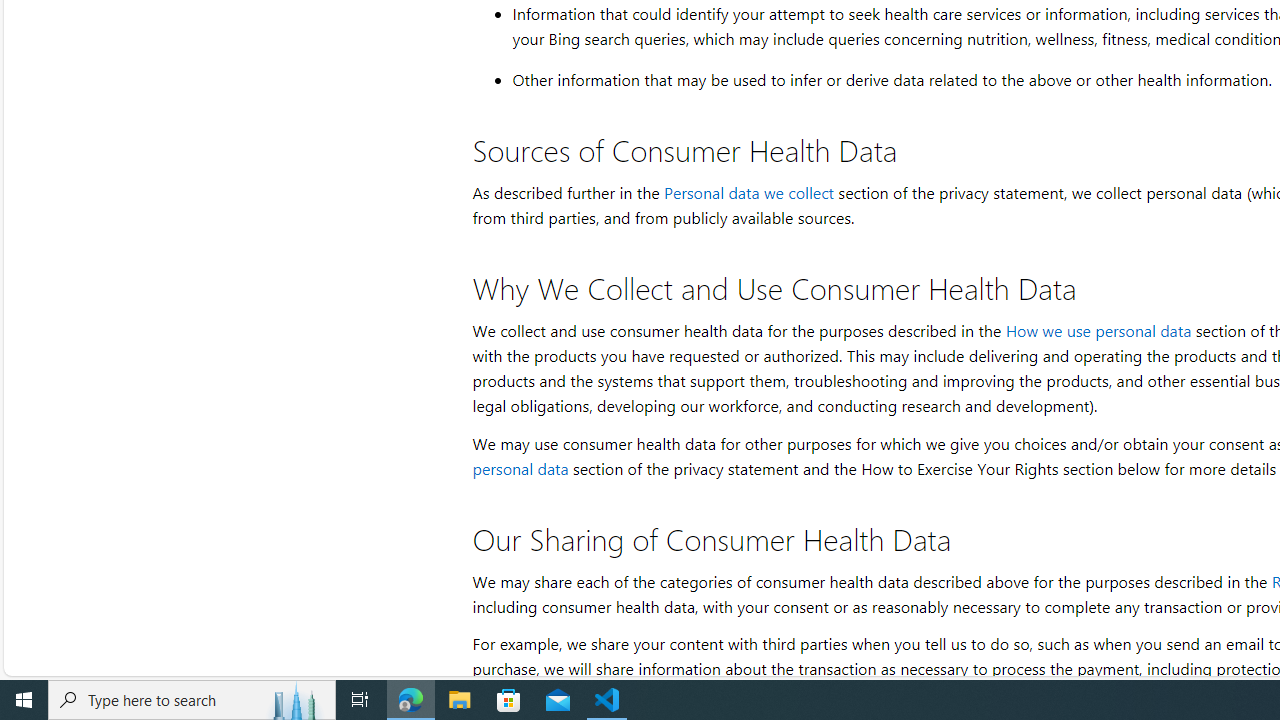  What do you see at coordinates (1097, 329) in the screenshot?
I see `'How we use personal data'` at bounding box center [1097, 329].